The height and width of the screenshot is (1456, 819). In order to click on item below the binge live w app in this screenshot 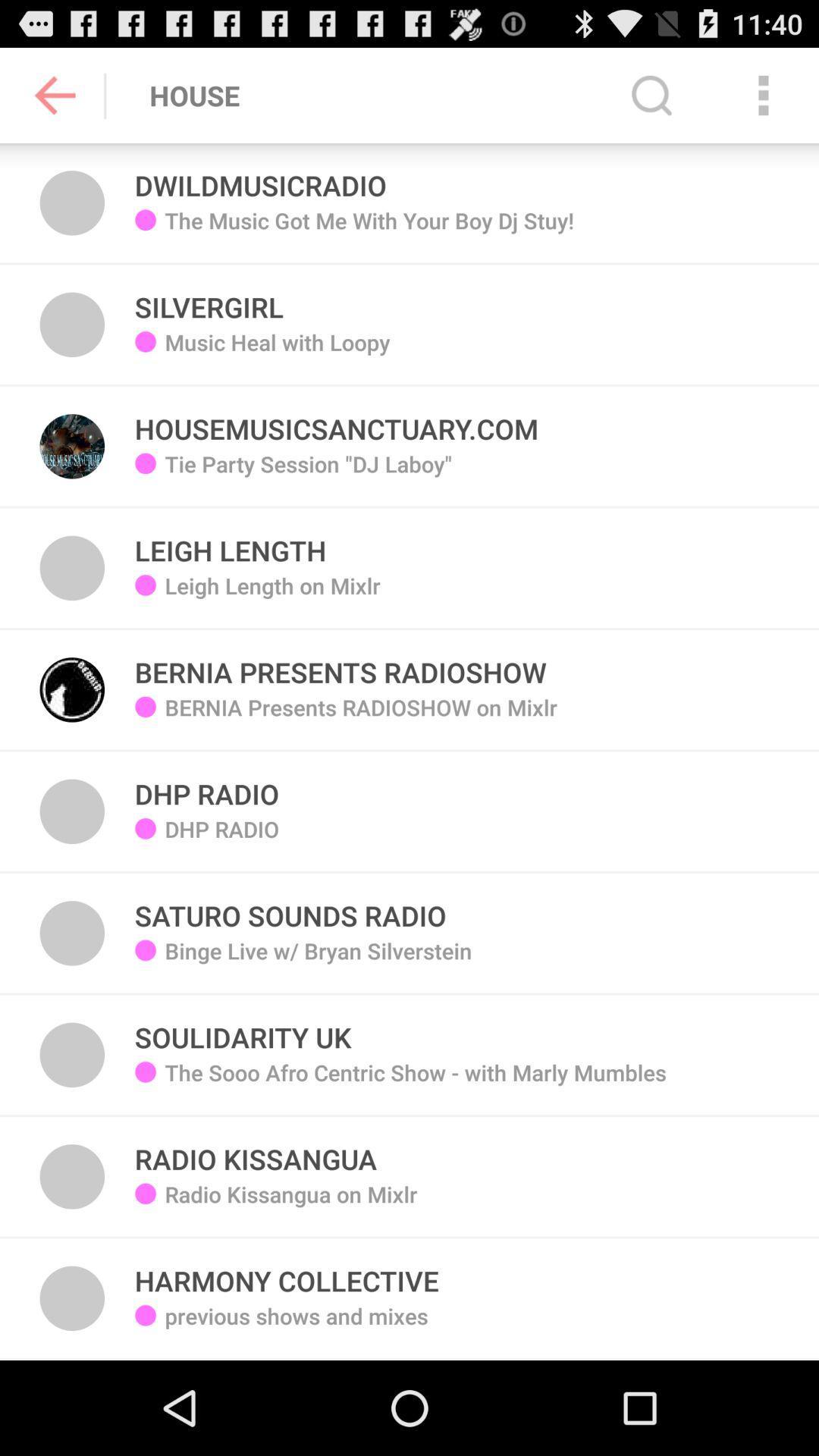, I will do `click(242, 1029)`.